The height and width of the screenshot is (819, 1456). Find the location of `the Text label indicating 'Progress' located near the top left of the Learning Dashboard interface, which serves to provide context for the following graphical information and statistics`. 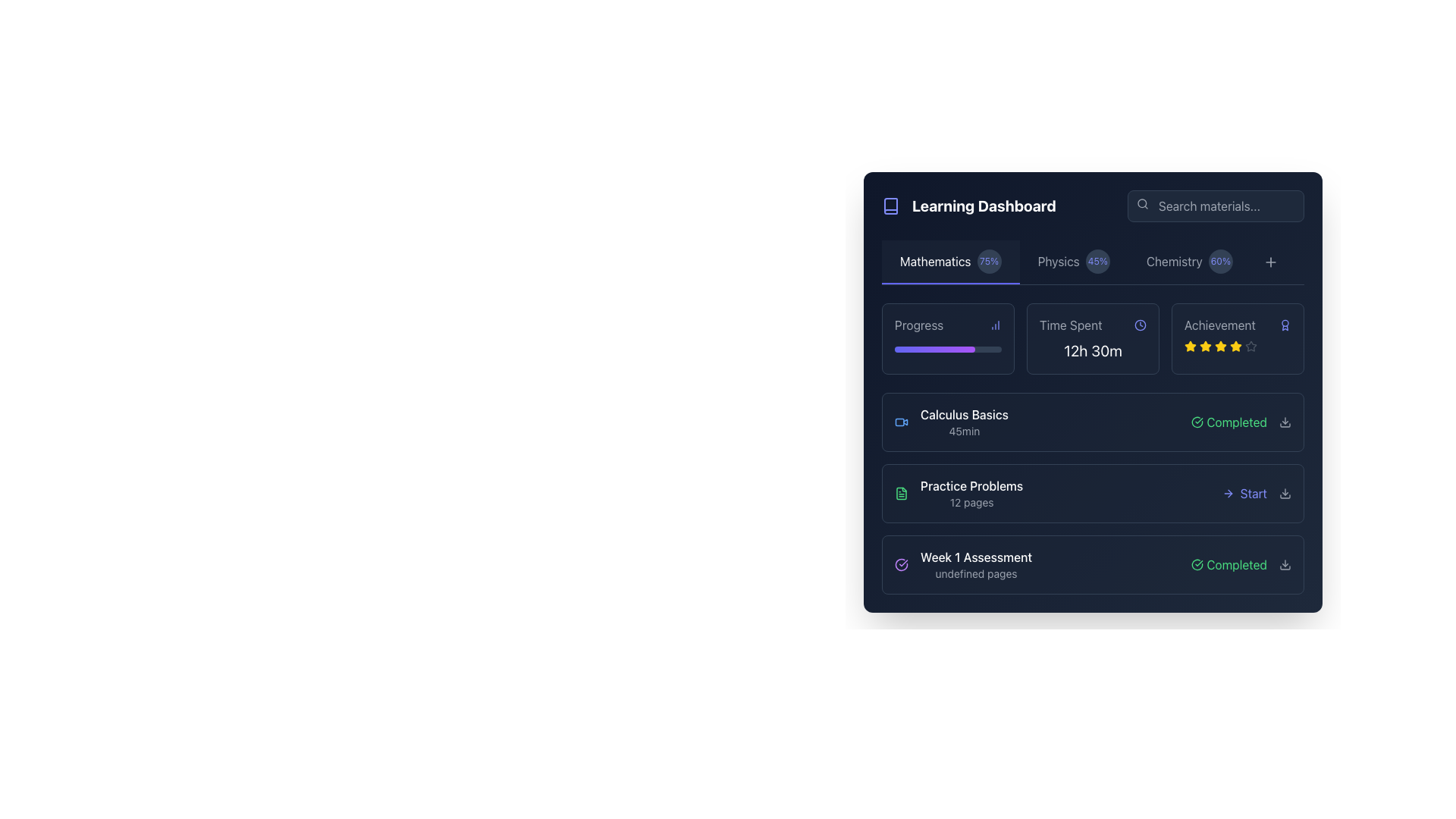

the Text label indicating 'Progress' located near the top left of the Learning Dashboard interface, which serves to provide context for the following graphical information and statistics is located at coordinates (918, 324).